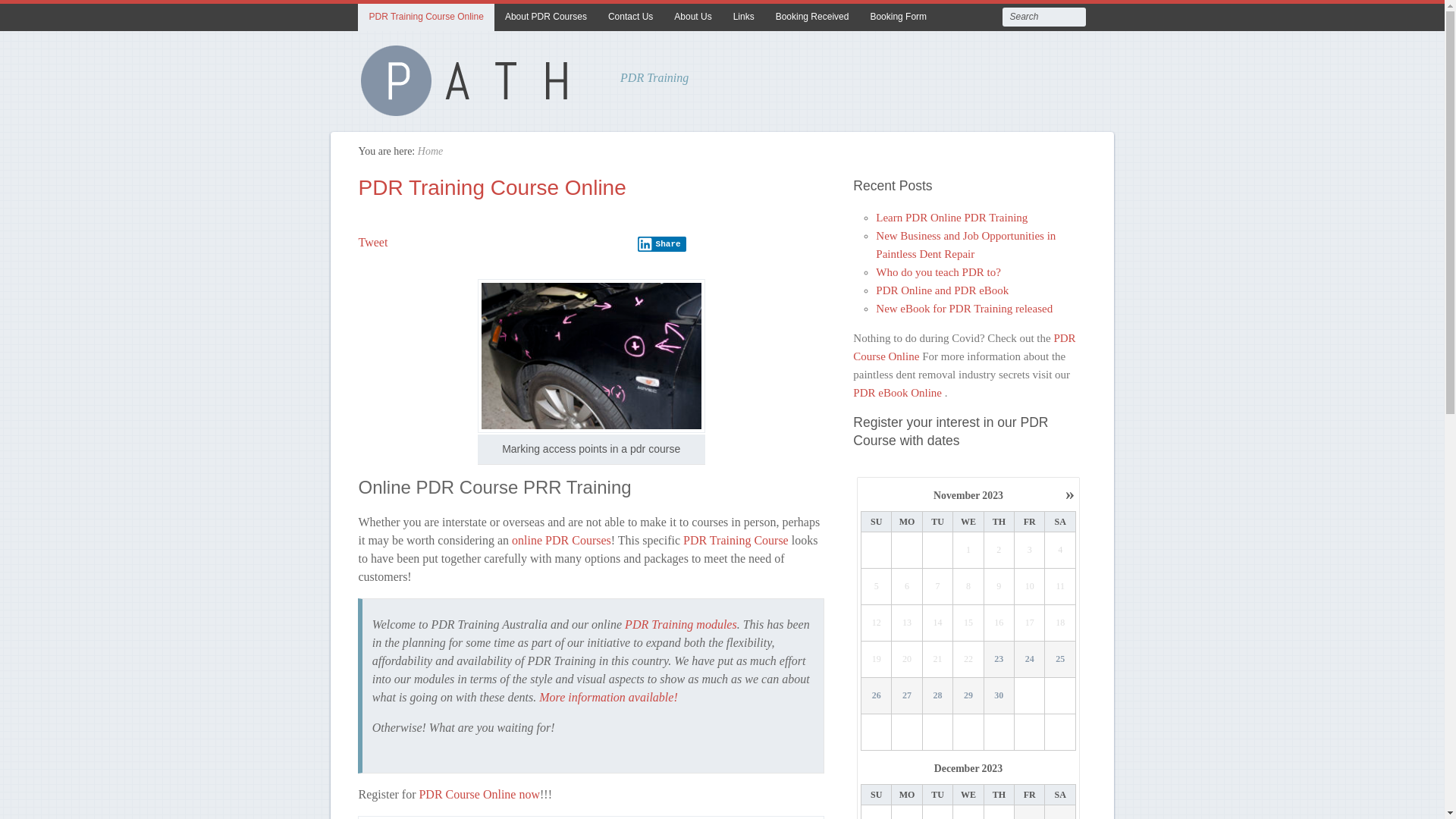 This screenshot has height=819, width=1456. What do you see at coordinates (999, 550) in the screenshot?
I see `'2'` at bounding box center [999, 550].